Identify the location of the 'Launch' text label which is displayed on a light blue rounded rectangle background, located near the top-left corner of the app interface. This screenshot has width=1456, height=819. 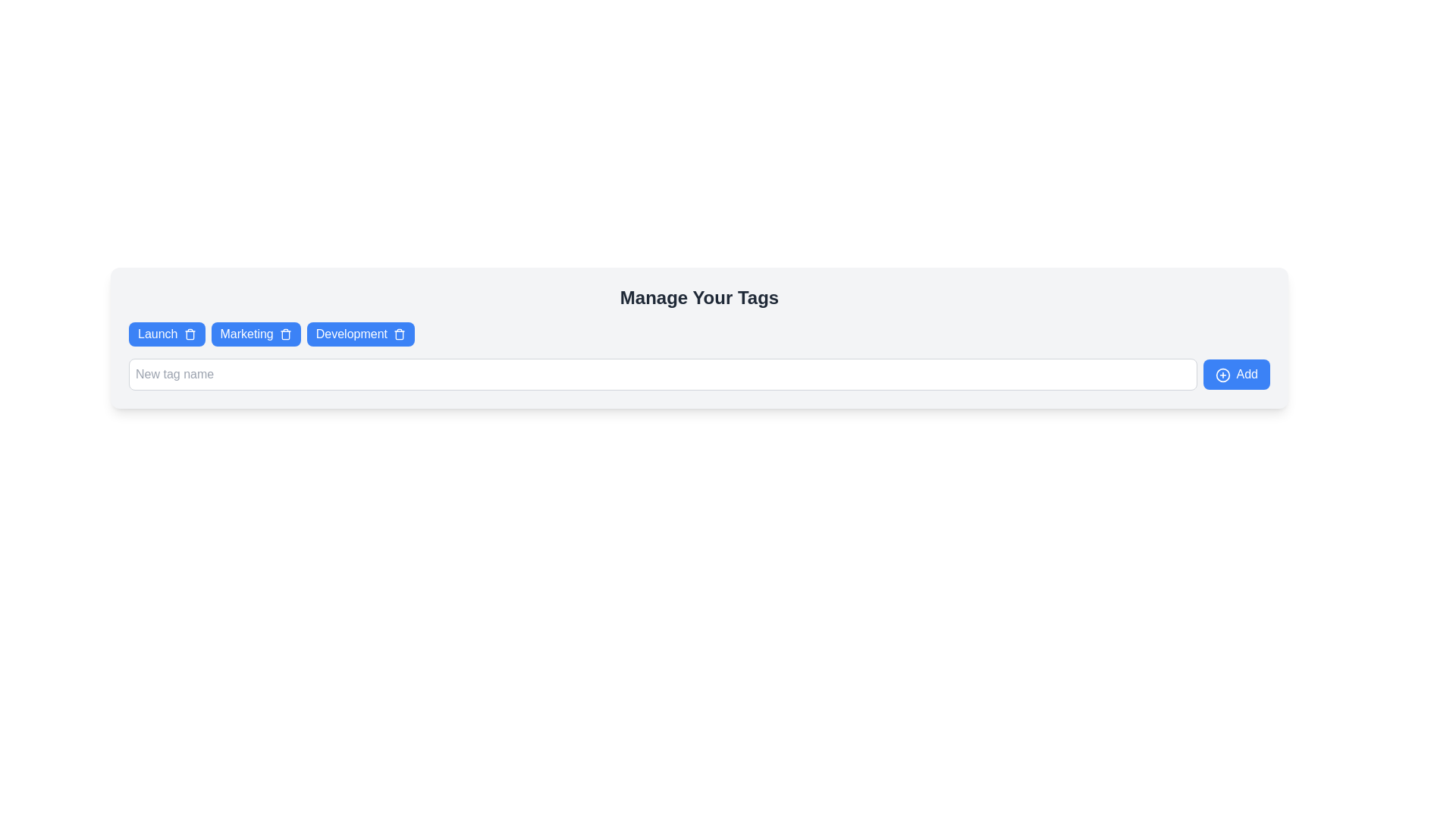
(158, 333).